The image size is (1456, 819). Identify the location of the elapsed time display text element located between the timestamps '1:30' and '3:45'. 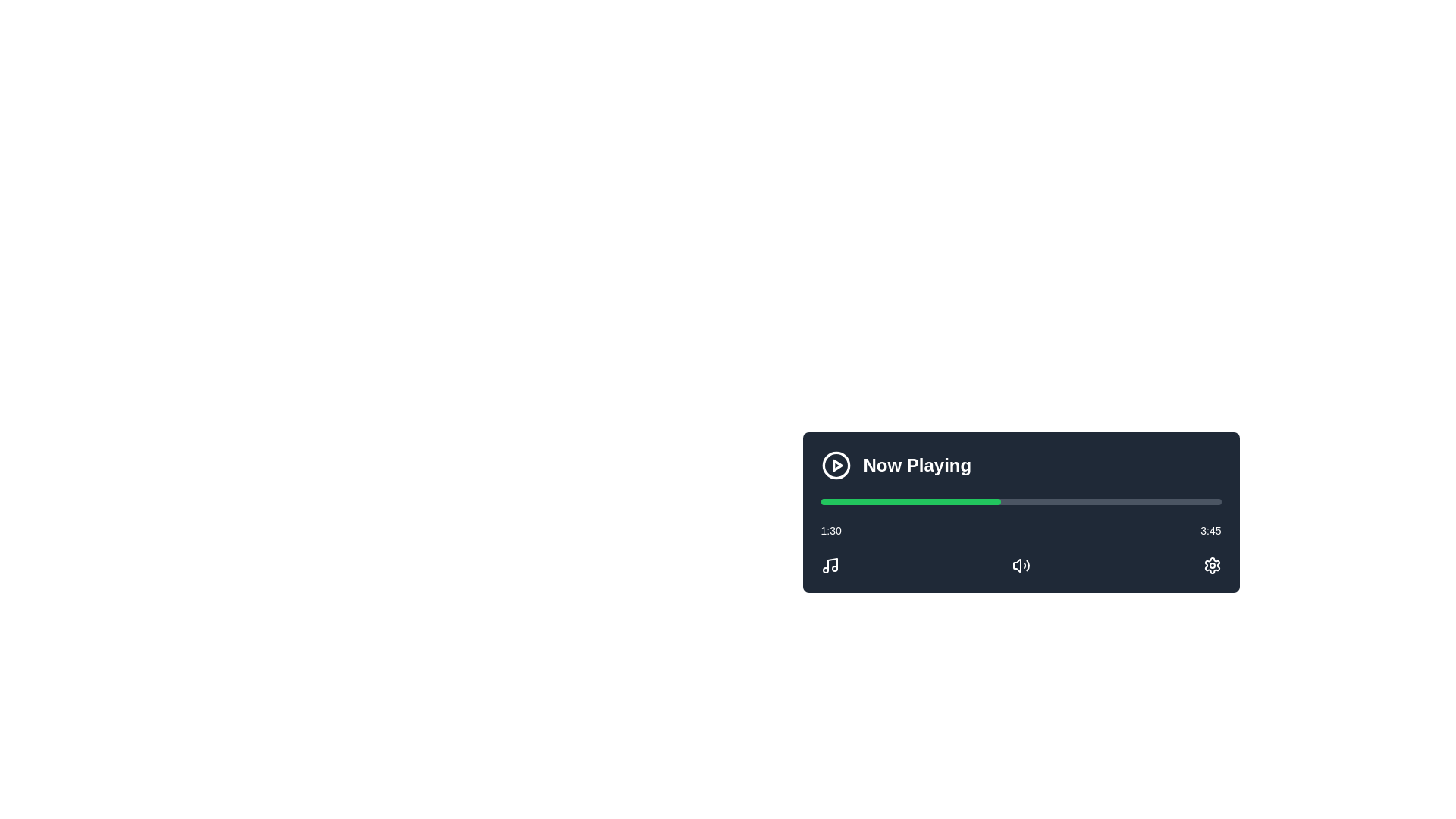
(830, 529).